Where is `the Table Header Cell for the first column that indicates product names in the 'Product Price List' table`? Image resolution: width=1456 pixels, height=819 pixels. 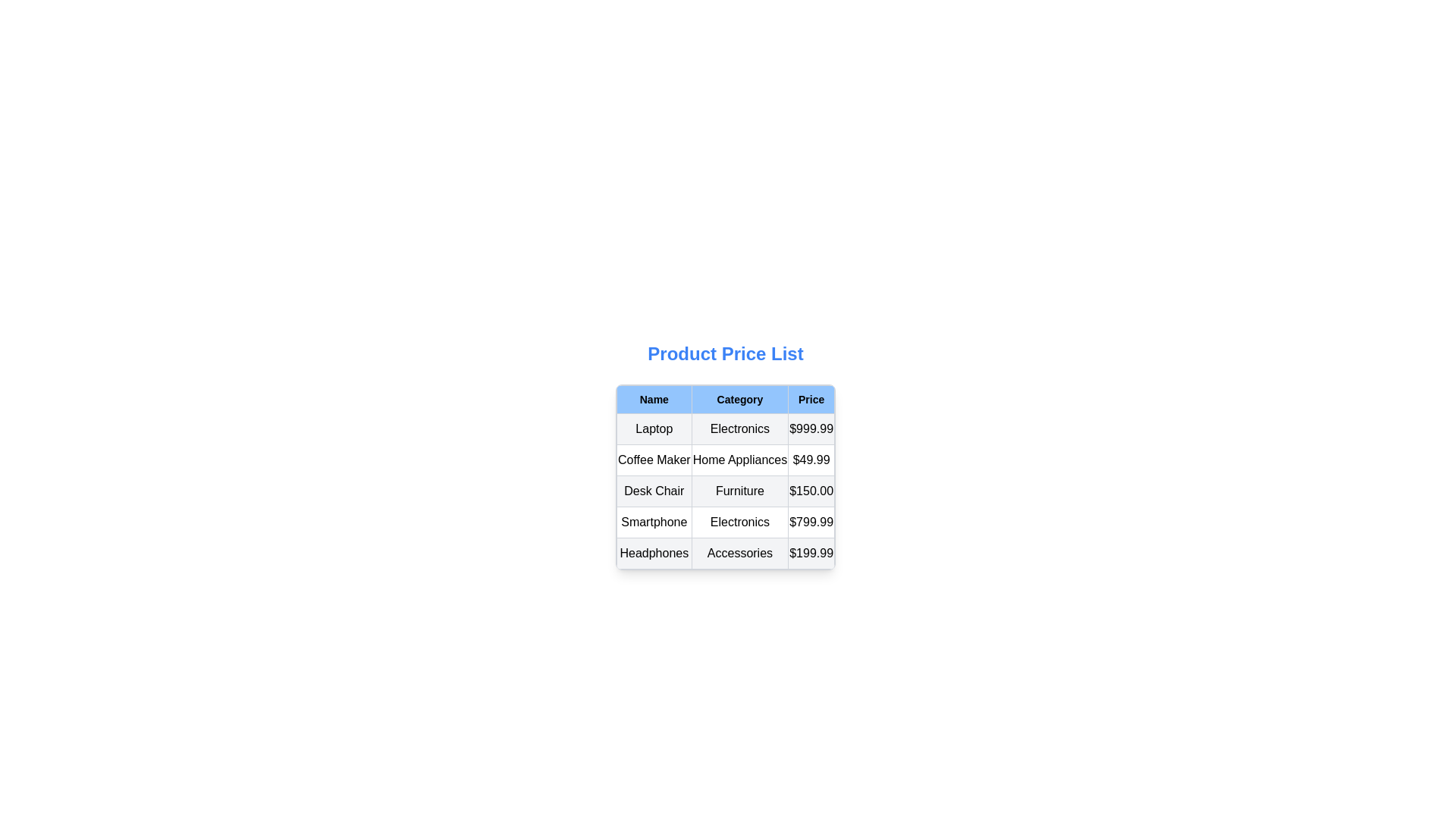 the Table Header Cell for the first column that indicates product names in the 'Product Price List' table is located at coordinates (654, 399).